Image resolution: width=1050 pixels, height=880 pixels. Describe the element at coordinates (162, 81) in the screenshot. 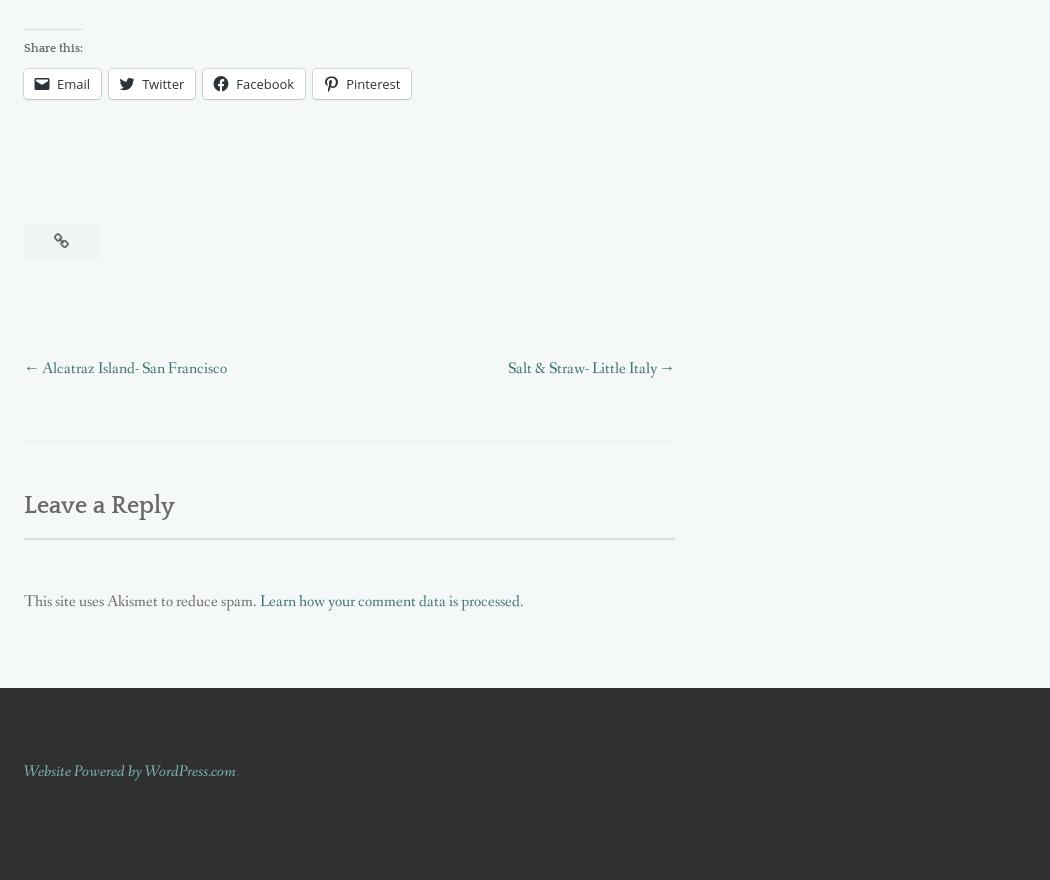

I see `'Twitter'` at that location.